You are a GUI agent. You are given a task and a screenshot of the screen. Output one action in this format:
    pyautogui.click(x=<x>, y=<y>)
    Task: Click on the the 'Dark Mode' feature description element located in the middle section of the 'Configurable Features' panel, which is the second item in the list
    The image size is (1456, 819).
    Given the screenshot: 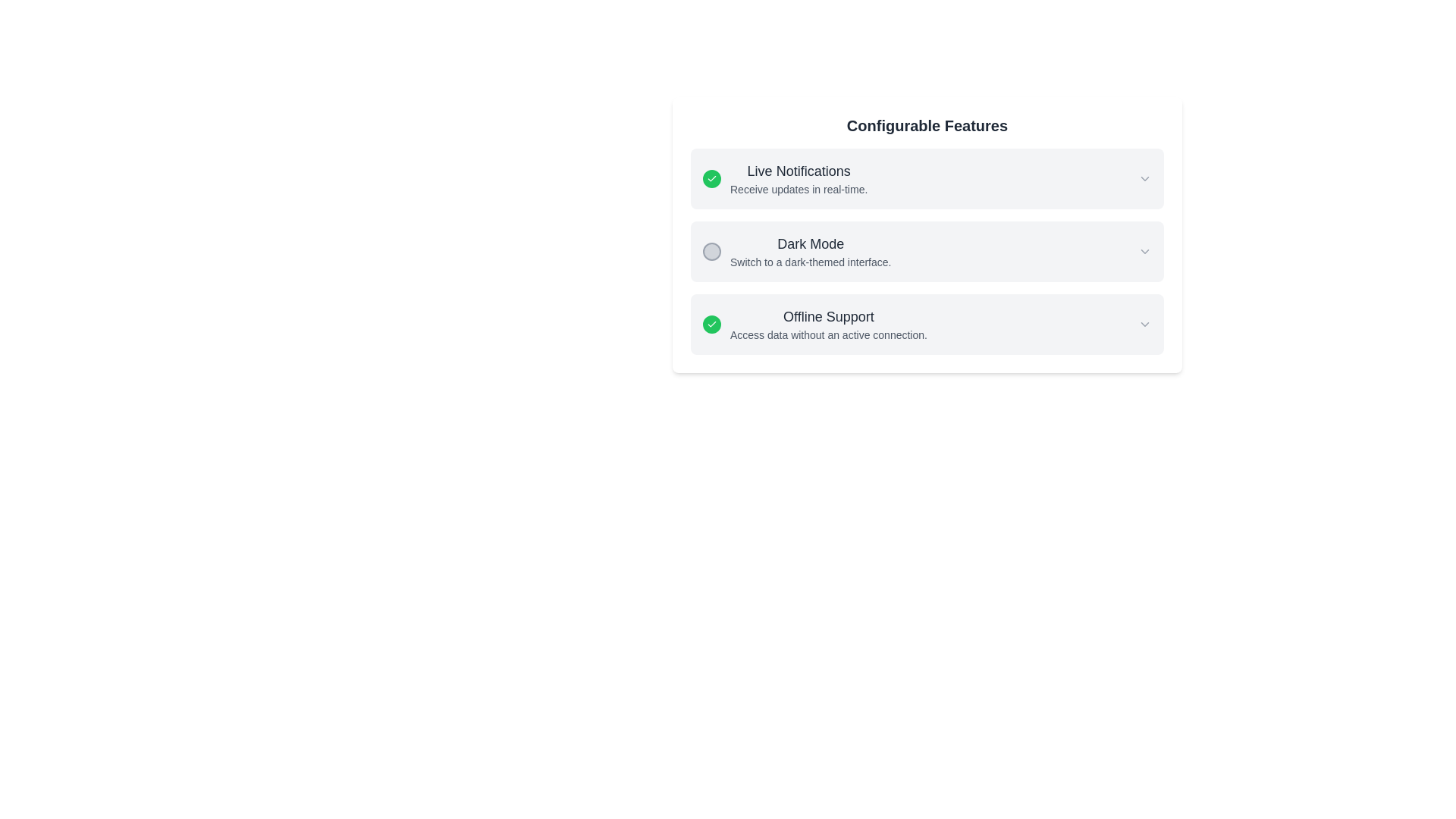 What is the action you would take?
    pyautogui.click(x=796, y=250)
    